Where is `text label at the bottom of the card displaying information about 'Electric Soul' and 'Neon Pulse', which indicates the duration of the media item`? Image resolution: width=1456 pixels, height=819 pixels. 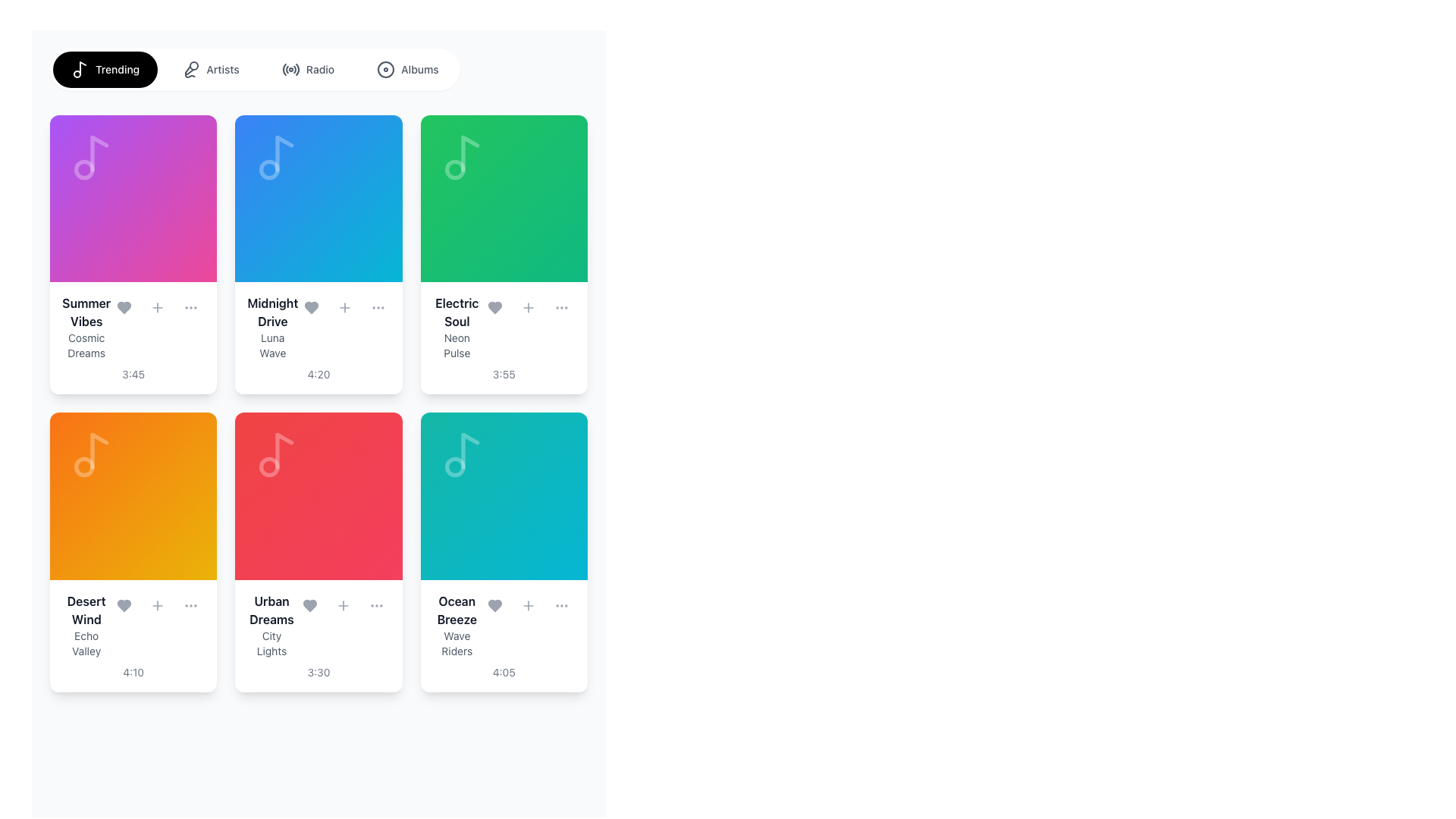
text label at the bottom of the card displaying information about 'Electric Soul' and 'Neon Pulse', which indicates the duration of the media item is located at coordinates (504, 375).